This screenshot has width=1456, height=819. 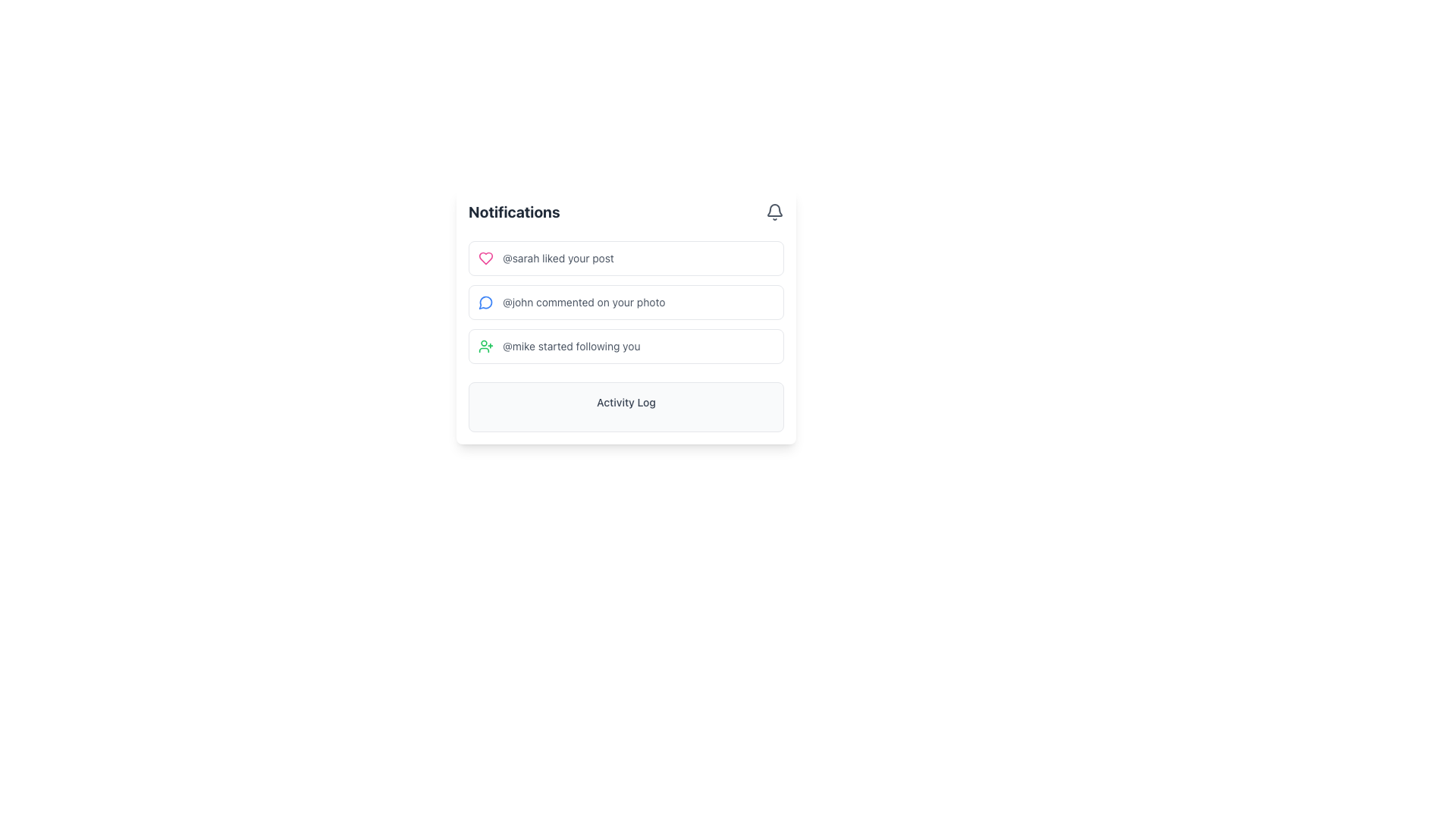 I want to click on text label that informs the user that '@mike' has started following them, located within the notification card below the '@john commented on your photo' notification, so click(x=570, y=346).